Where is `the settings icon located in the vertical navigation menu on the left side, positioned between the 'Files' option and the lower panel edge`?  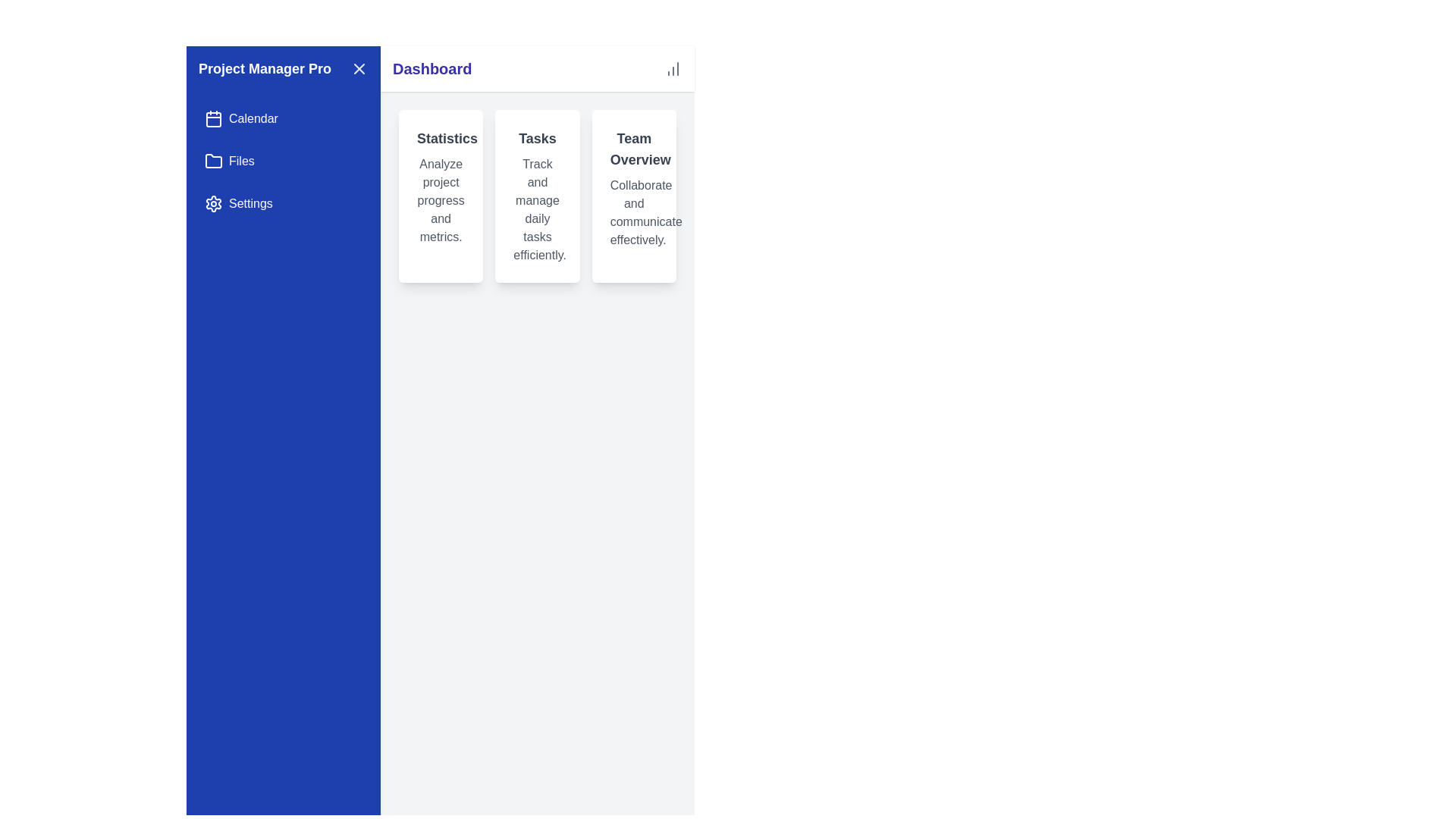
the settings icon located in the vertical navigation menu on the left side, positioned between the 'Files' option and the lower panel edge is located at coordinates (213, 203).